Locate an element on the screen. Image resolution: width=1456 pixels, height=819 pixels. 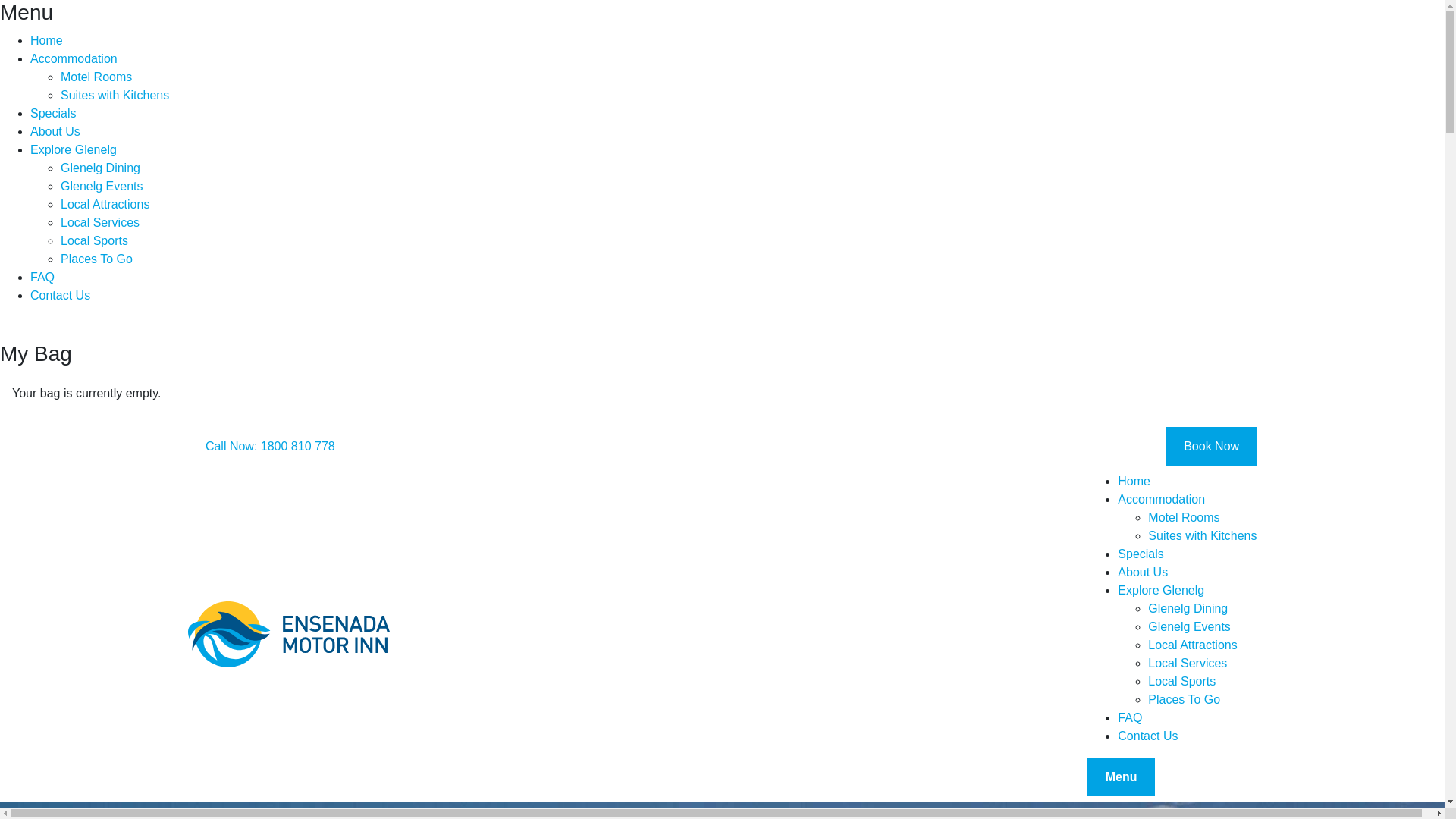
'Local Attractions' is located at coordinates (1201, 645).